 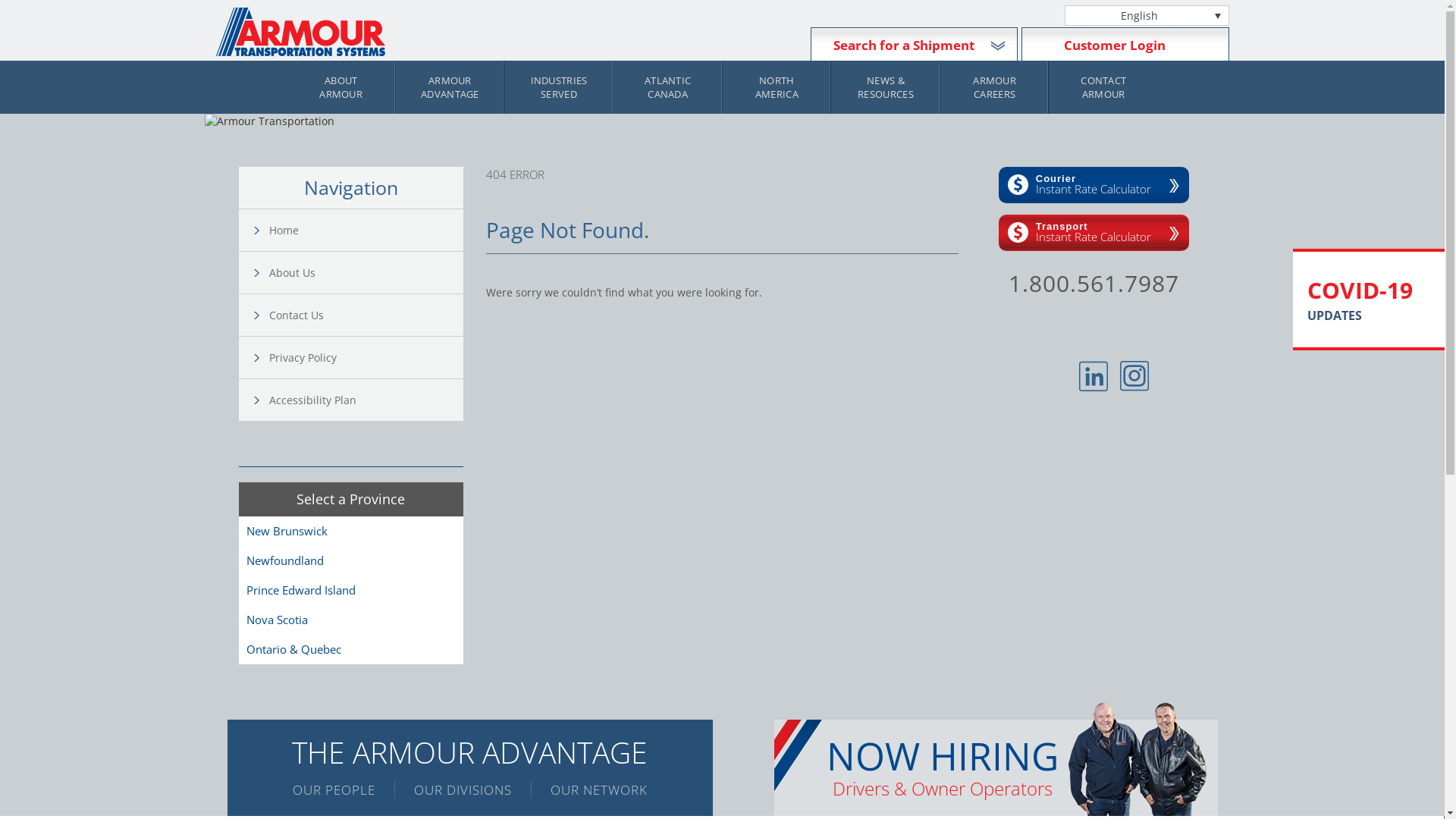 I want to click on 'ATLANTIC, so click(x=667, y=87).